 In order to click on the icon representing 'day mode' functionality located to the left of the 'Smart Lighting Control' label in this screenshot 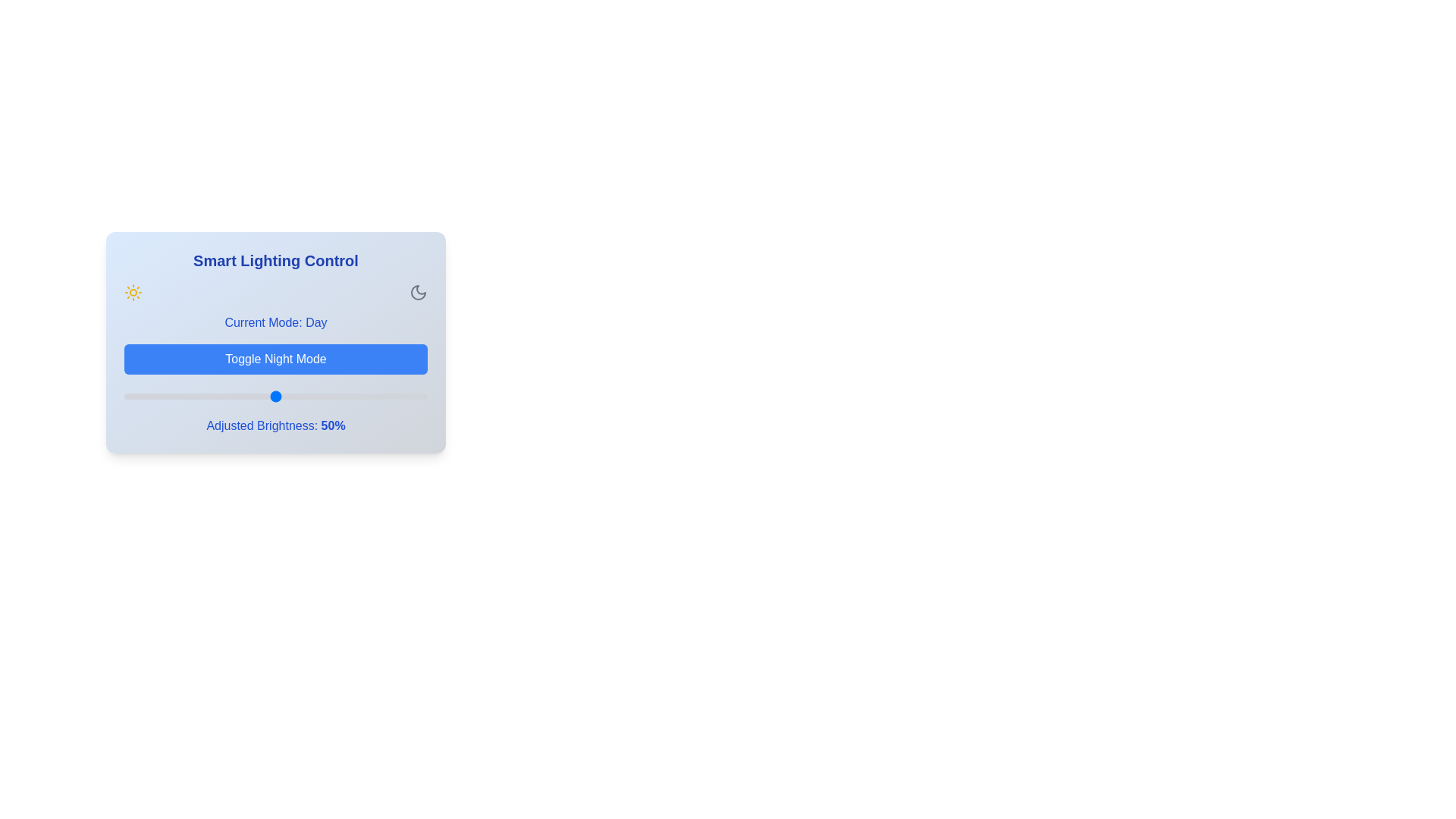, I will do `click(133, 292)`.